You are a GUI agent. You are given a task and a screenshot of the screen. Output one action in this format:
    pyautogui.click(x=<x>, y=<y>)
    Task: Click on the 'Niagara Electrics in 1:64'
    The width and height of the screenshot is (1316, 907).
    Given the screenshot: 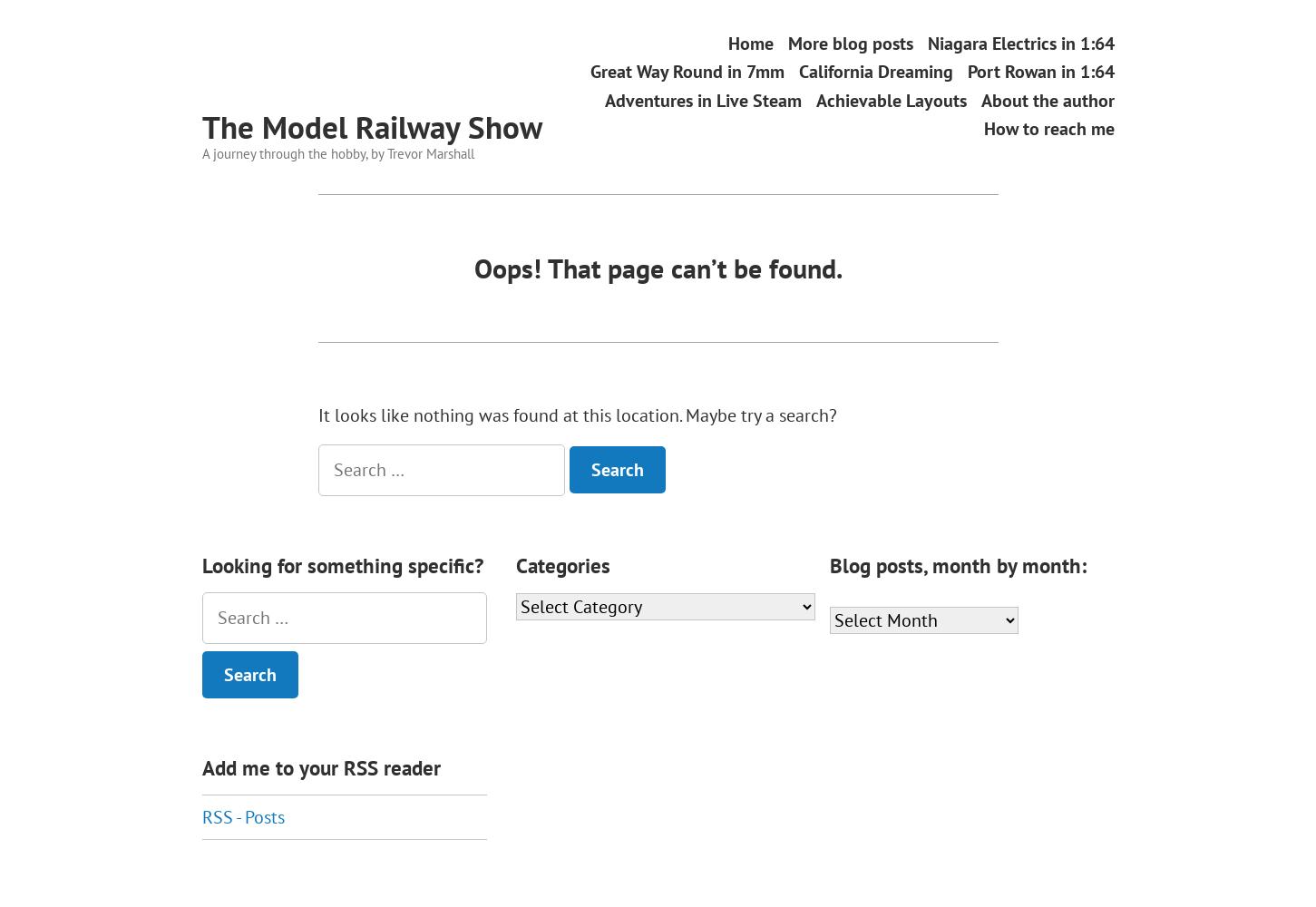 What is the action you would take?
    pyautogui.click(x=925, y=44)
    